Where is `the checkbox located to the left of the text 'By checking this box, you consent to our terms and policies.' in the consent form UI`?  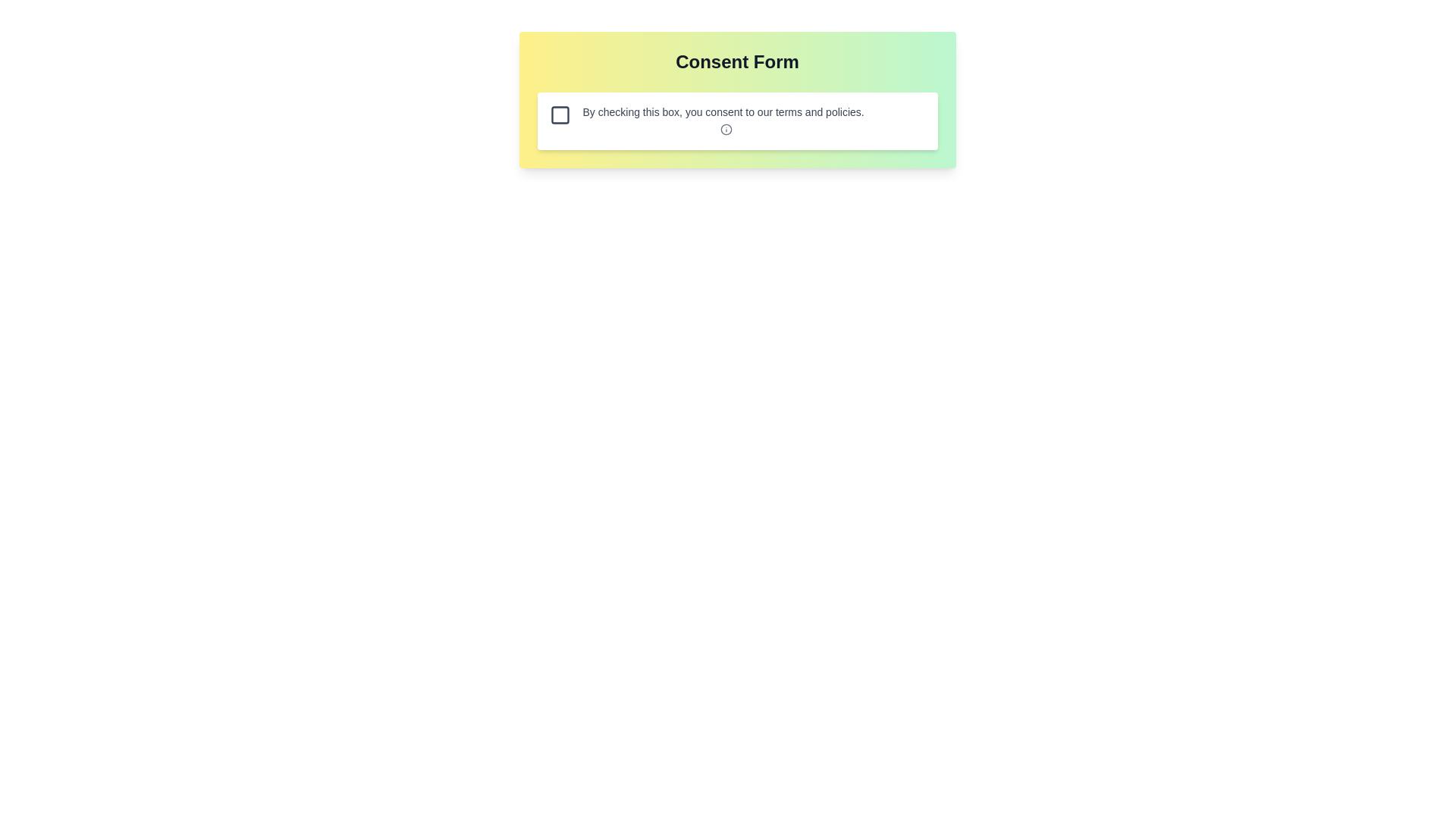 the checkbox located to the left of the text 'By checking this box, you consent to our terms and policies.' in the consent form UI is located at coordinates (559, 114).